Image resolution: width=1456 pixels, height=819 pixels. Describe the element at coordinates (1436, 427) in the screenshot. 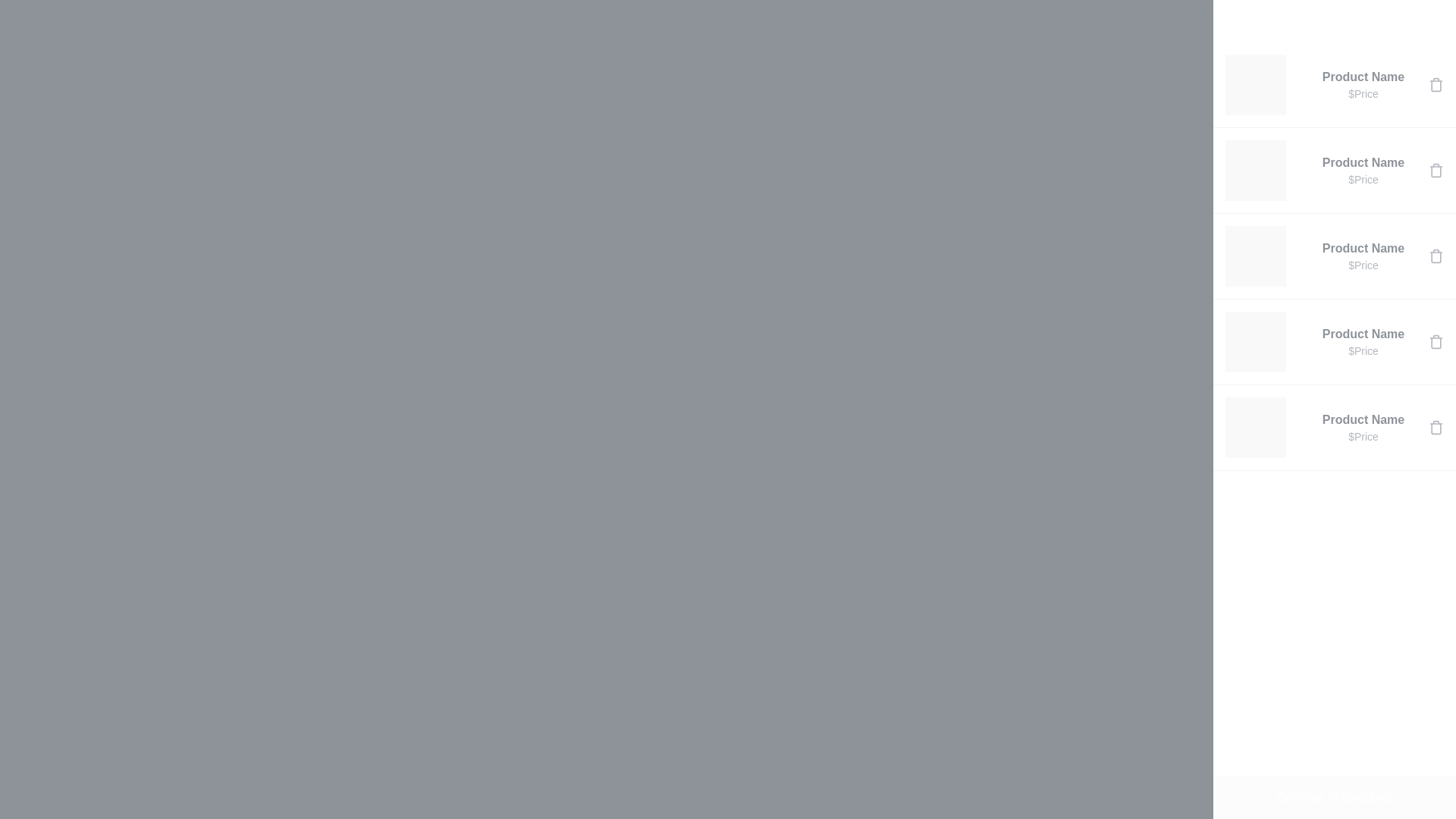

I see `the Trash Bin icon located at the rightmost position in the product information row to initiate a delete action` at that location.